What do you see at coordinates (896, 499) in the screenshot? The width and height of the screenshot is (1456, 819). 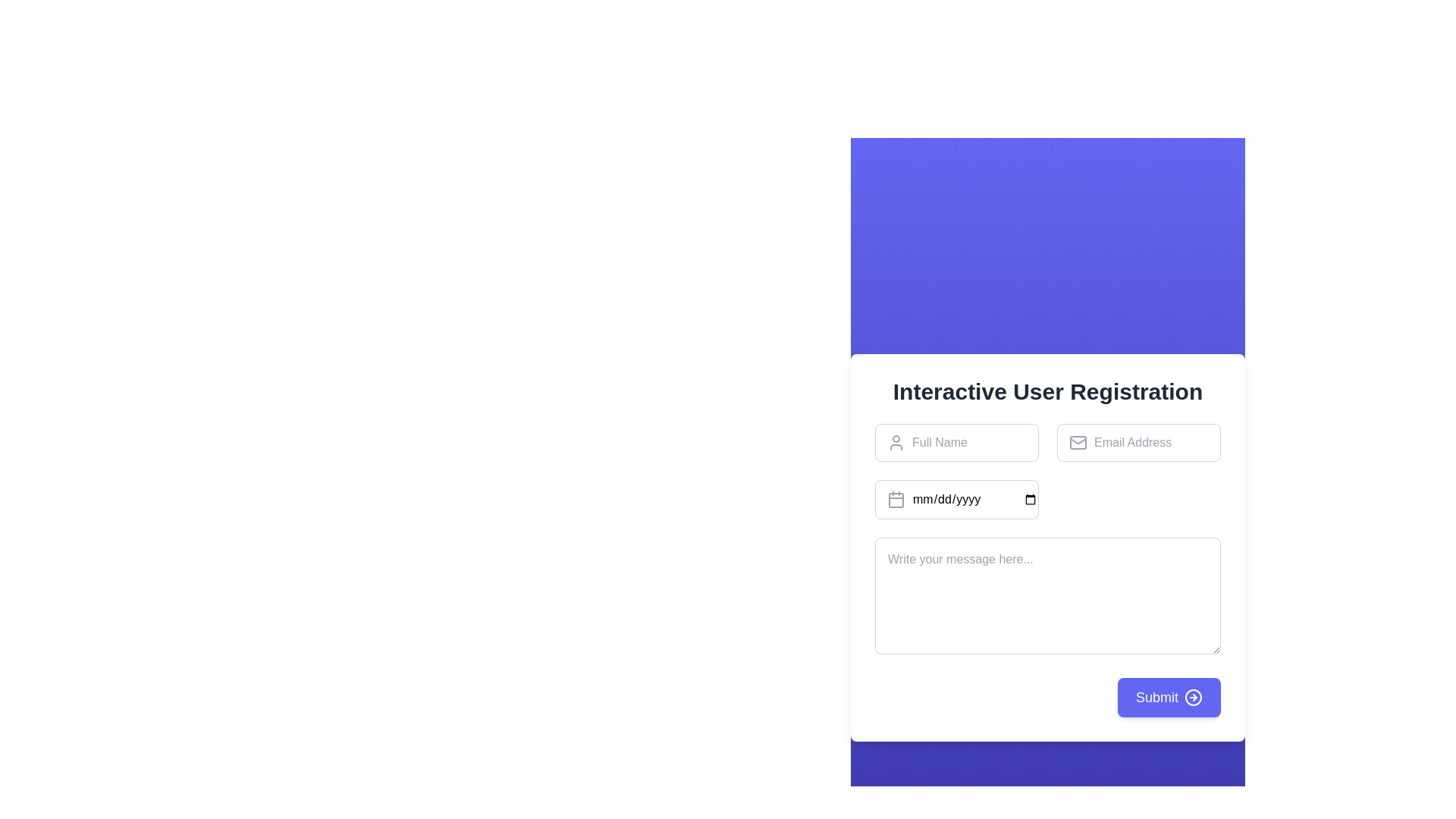 I see `the gray calendar icon located to the left of the date input field labeled 'mm/dd/yyyy'` at bounding box center [896, 499].